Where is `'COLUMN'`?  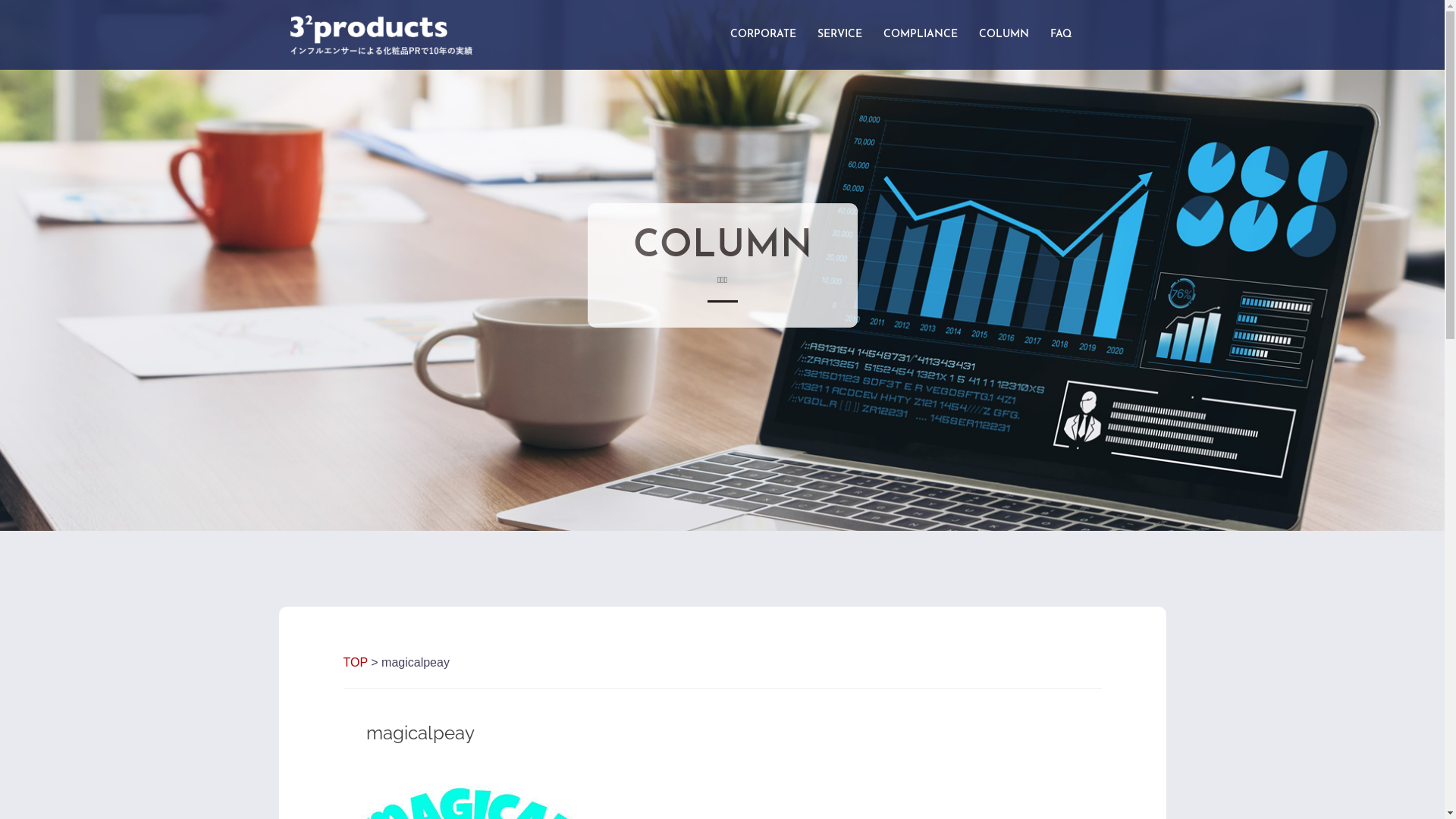
'COLUMN' is located at coordinates (1003, 34).